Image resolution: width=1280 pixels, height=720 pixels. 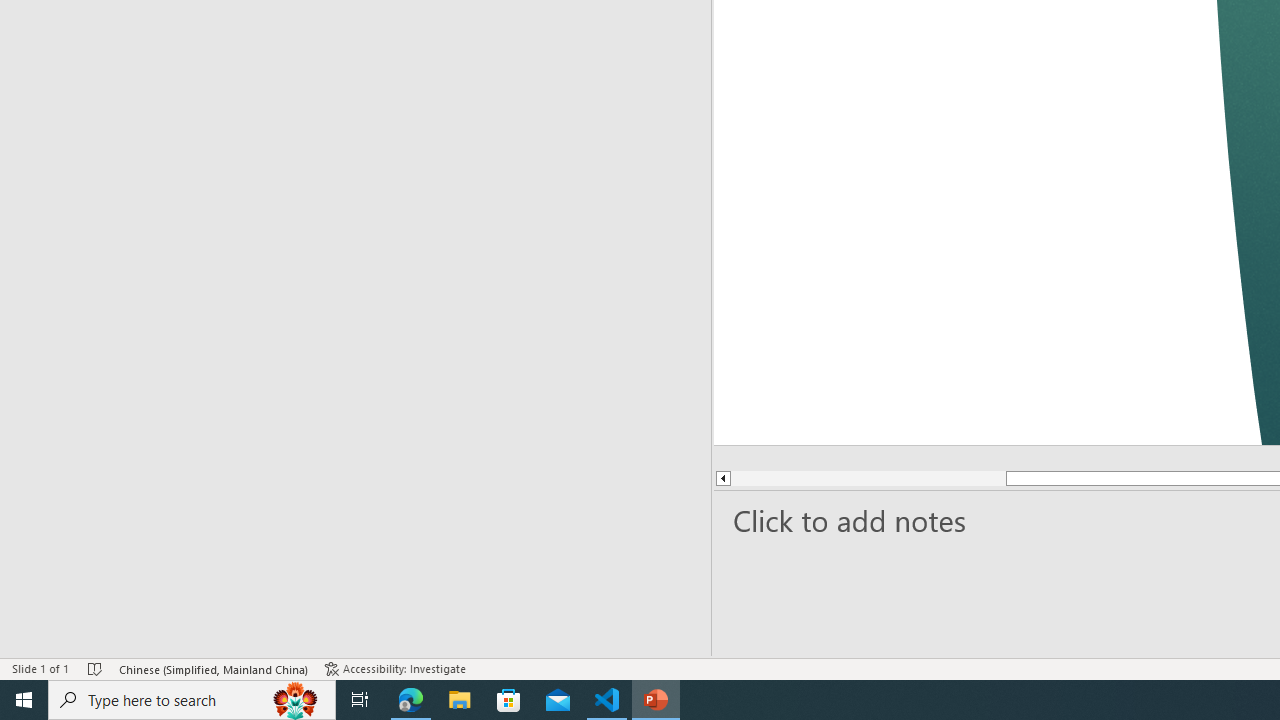 What do you see at coordinates (721, 478) in the screenshot?
I see `'Line up'` at bounding box center [721, 478].